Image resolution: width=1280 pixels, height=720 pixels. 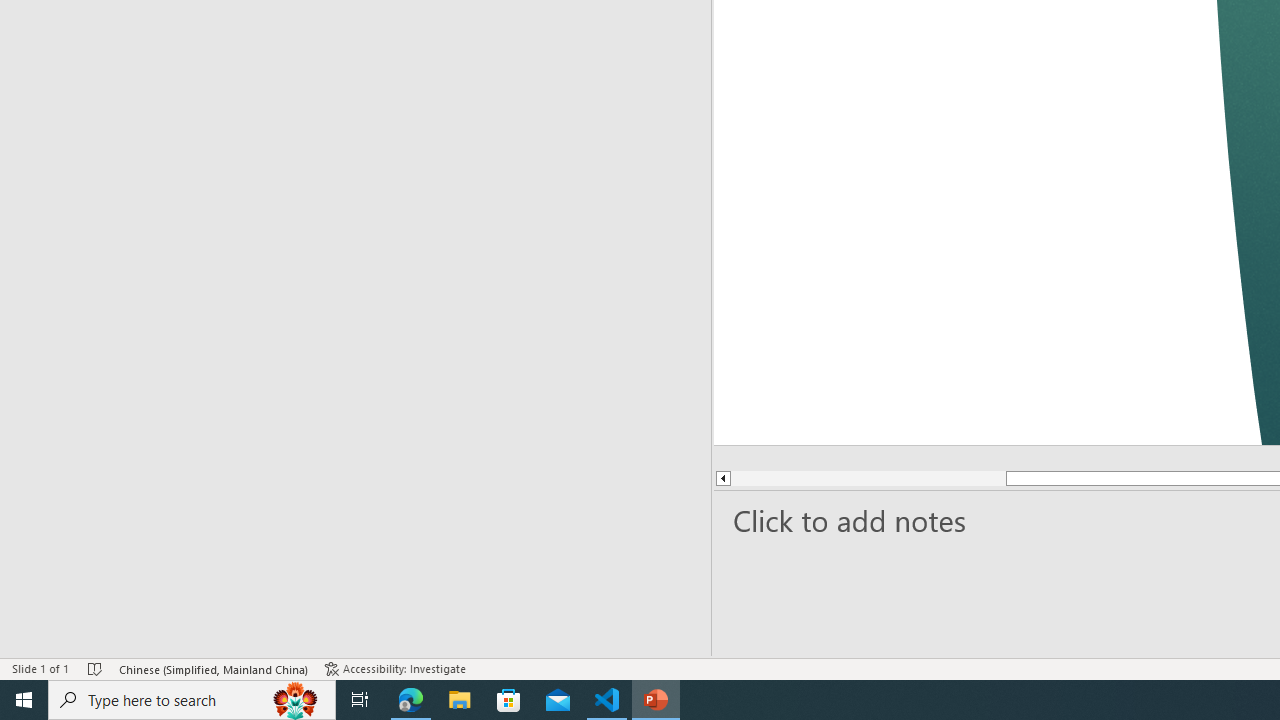 What do you see at coordinates (721, 478) in the screenshot?
I see `'Line up'` at bounding box center [721, 478].